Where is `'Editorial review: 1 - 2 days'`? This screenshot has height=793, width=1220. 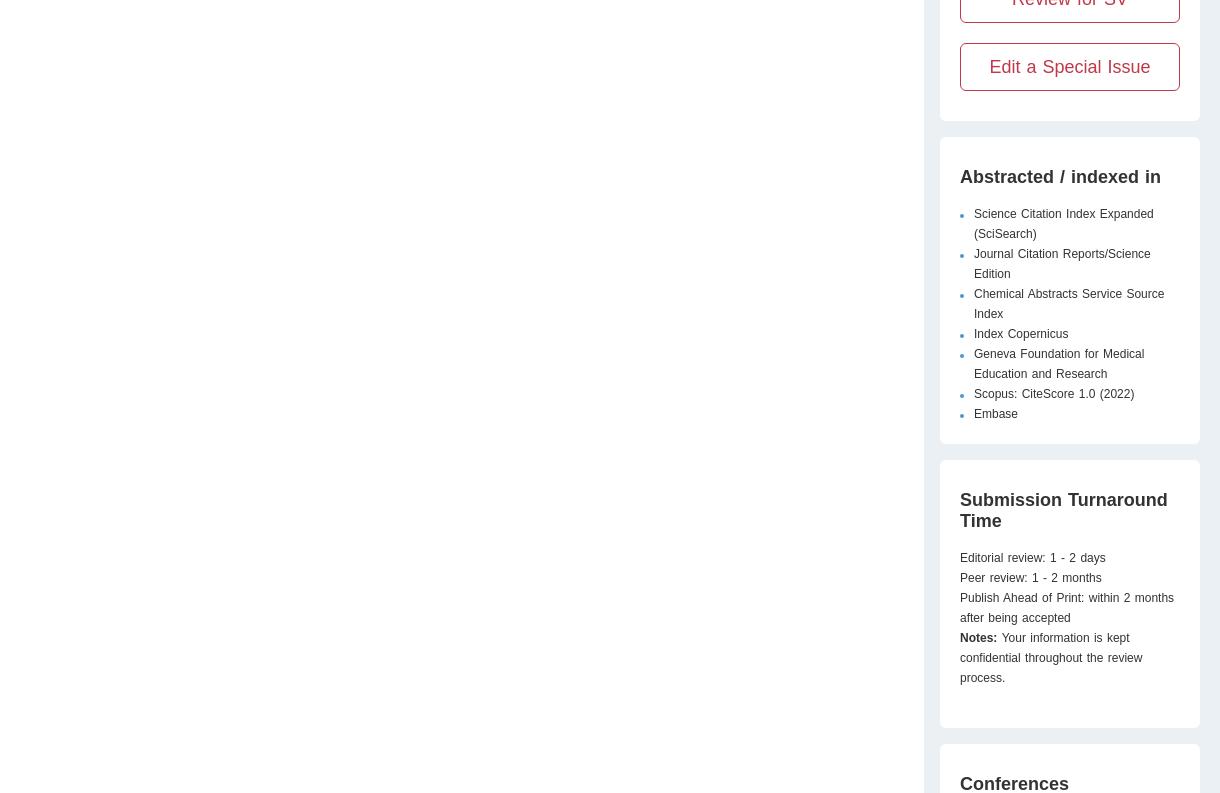
'Editorial review: 1 - 2 days' is located at coordinates (1032, 557).